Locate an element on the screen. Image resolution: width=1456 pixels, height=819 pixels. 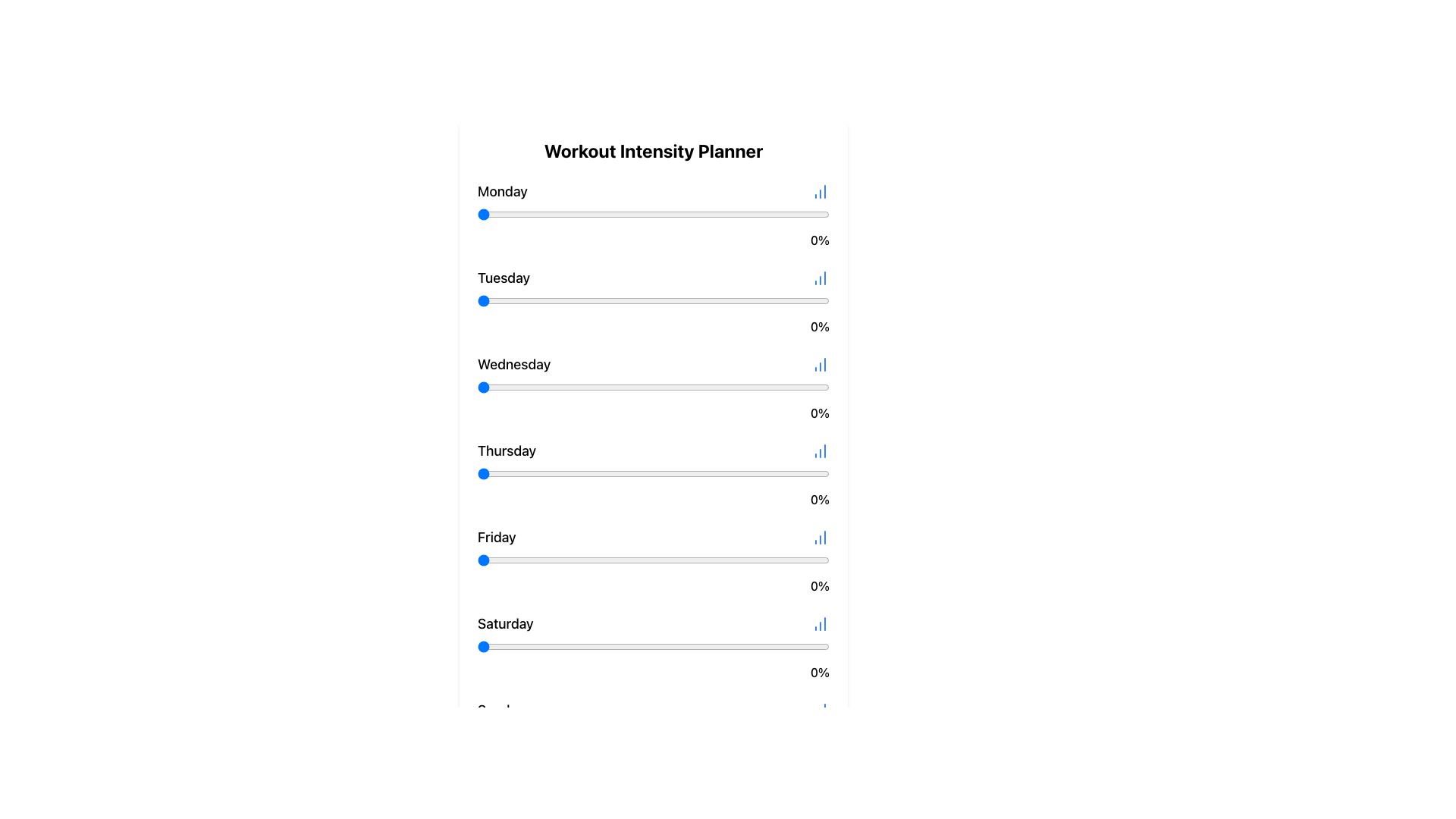
the text label indicating 'Tuesday' in the weekly schedule, which is positioned between 'Monday' and 'Wednesday' is located at coordinates (504, 278).